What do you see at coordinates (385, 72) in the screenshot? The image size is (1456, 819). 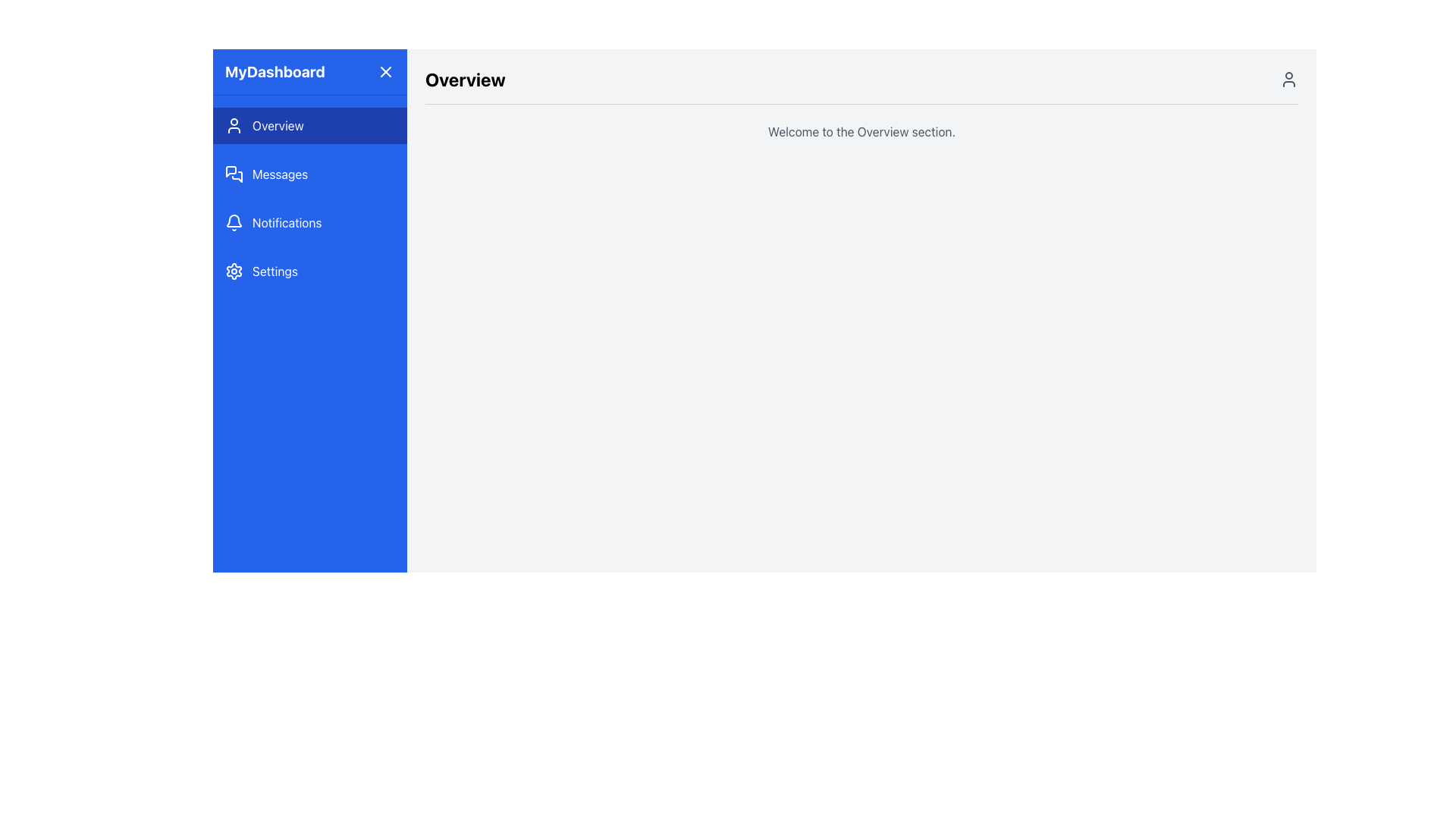 I see `the cross icon in the sidebar header section, positioned to the right of 'MyDashboard', used for dismissing the sidebar` at bounding box center [385, 72].